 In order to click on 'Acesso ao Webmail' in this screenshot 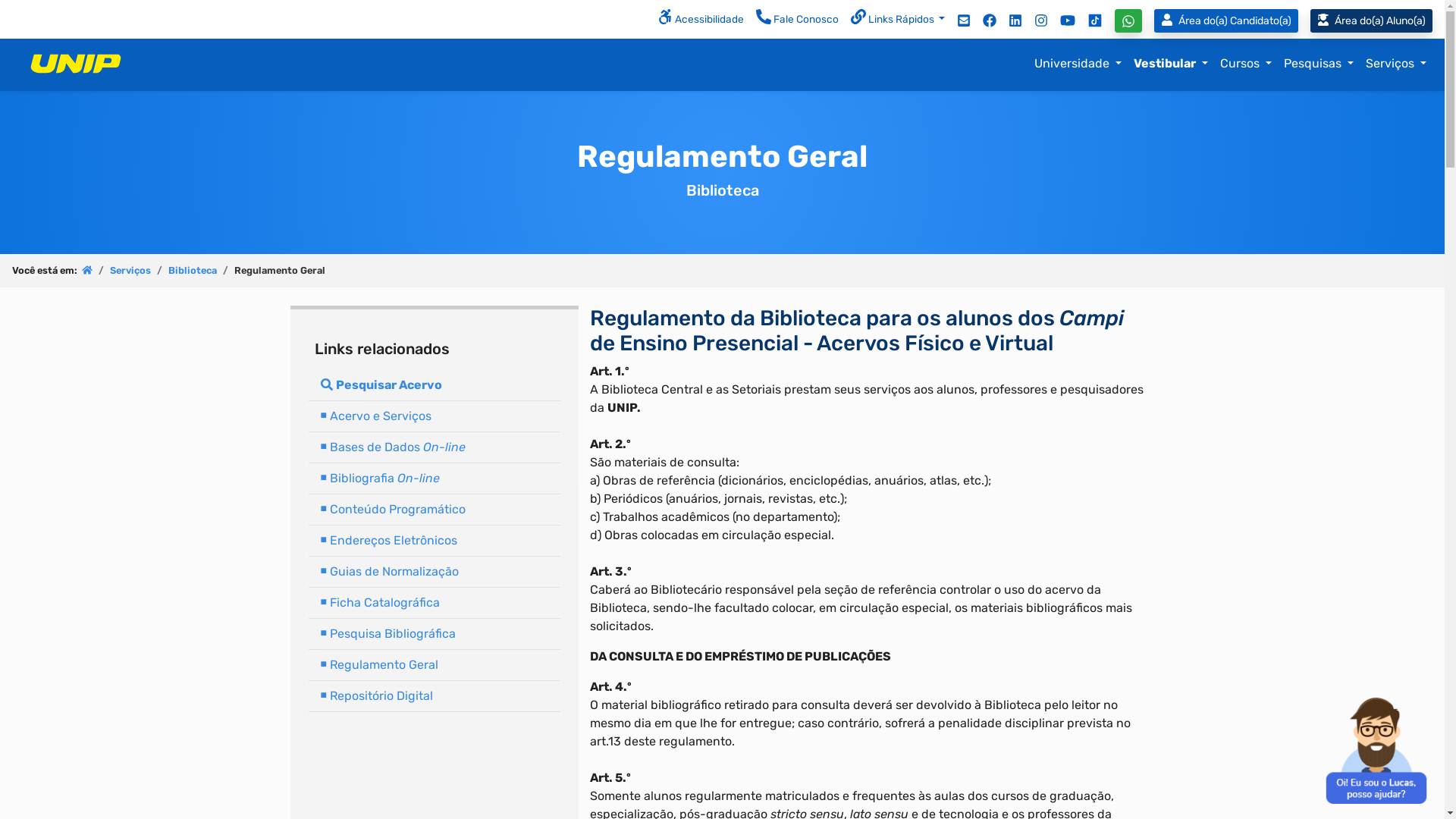, I will do `click(963, 20)`.